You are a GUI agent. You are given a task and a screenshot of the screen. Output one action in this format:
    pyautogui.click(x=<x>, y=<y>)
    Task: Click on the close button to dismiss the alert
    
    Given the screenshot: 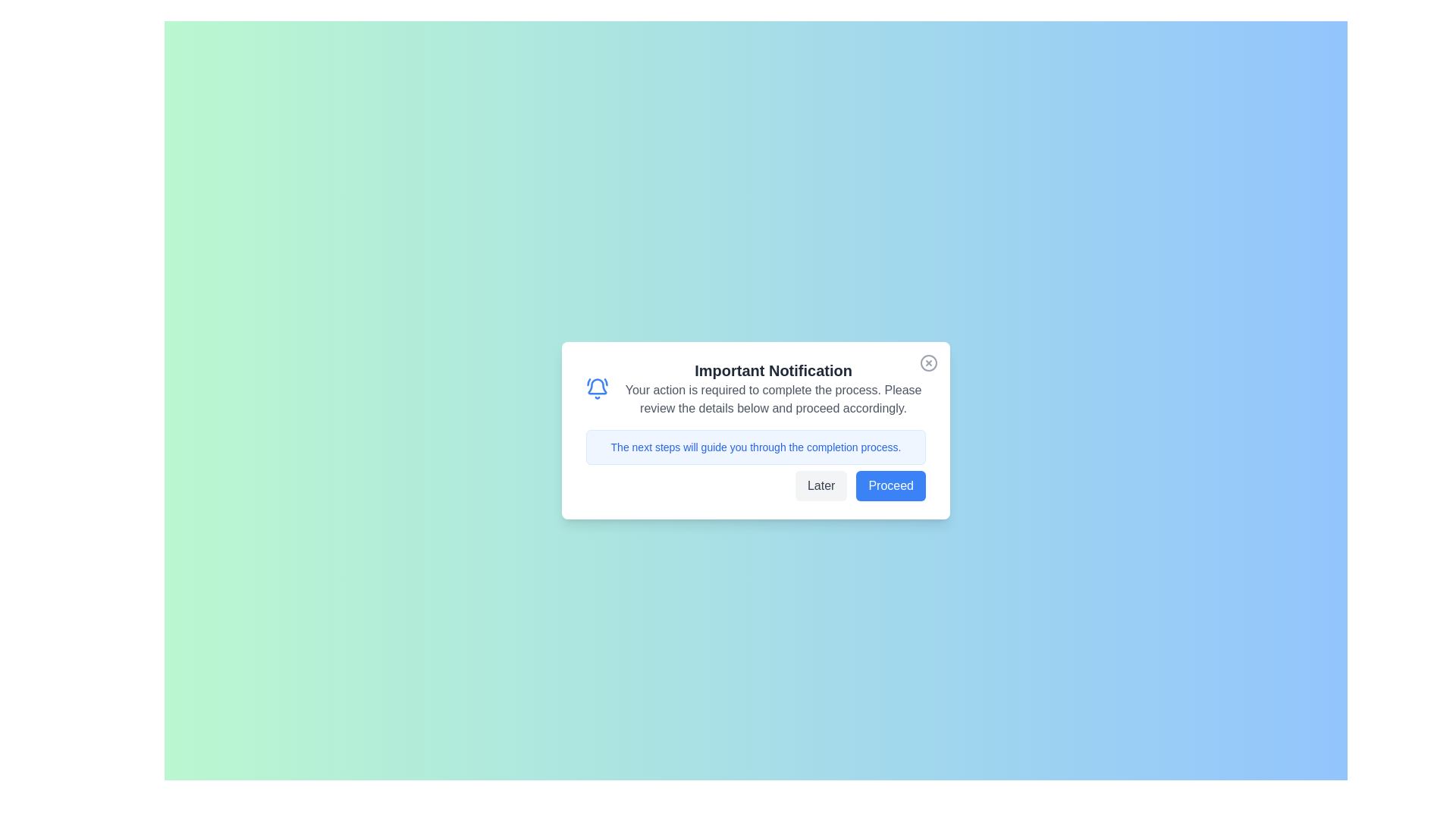 What is the action you would take?
    pyautogui.click(x=927, y=362)
    